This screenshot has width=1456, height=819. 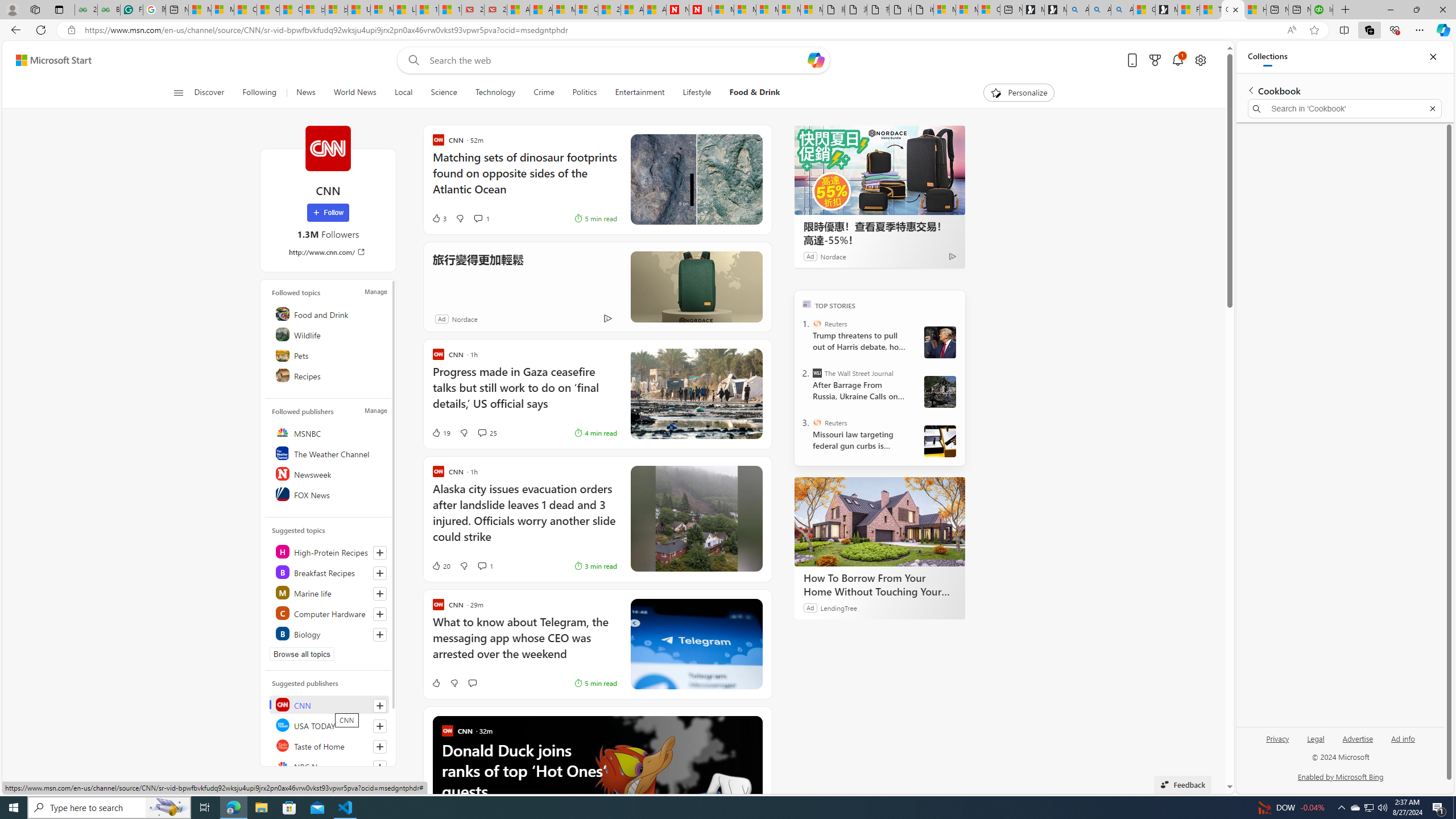 What do you see at coordinates (1187, 9) in the screenshot?
I see `'Food and Drink - MSN'` at bounding box center [1187, 9].